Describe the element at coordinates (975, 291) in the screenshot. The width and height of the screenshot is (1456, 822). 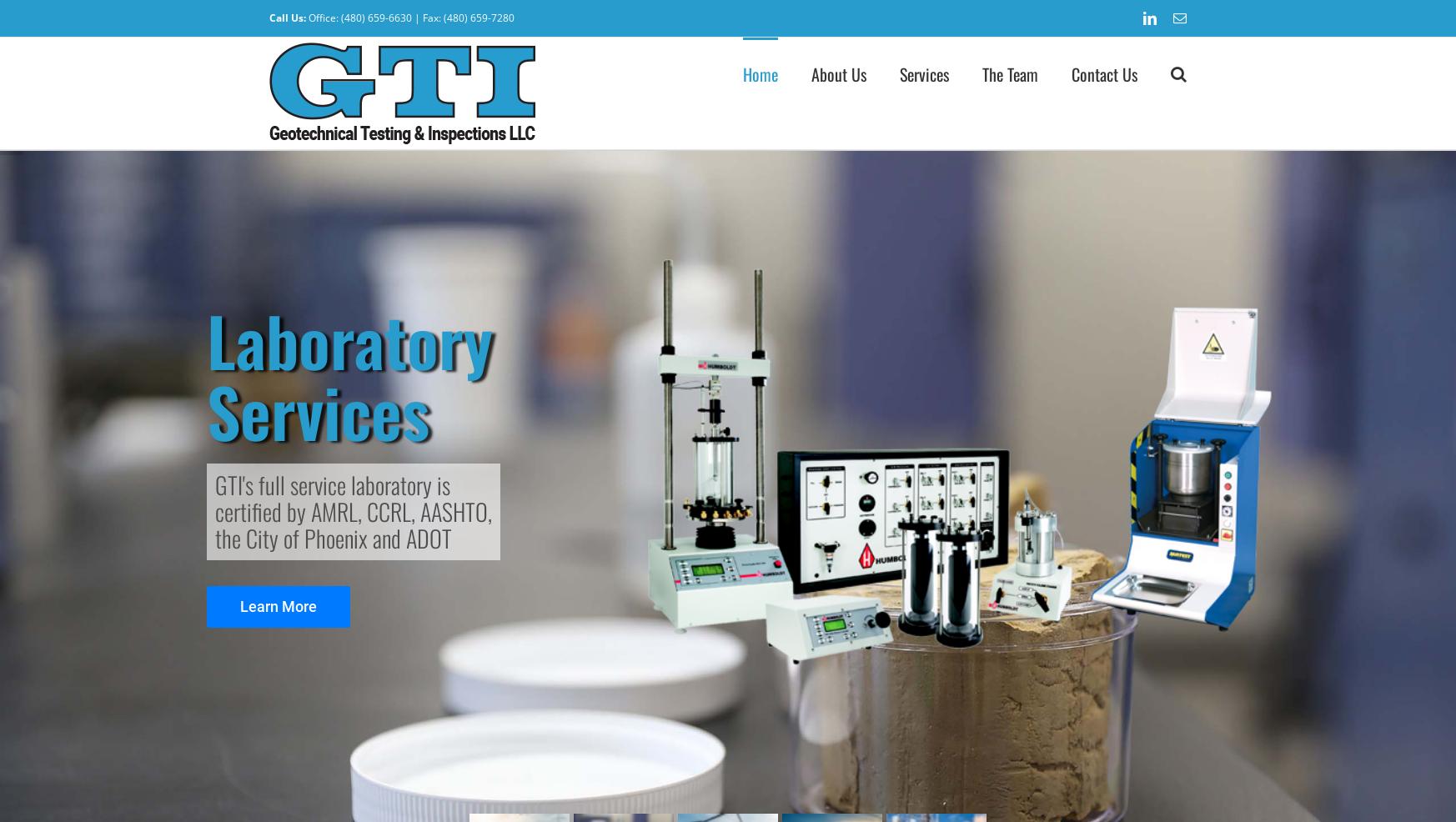
I see `'Drone Video Services'` at that location.